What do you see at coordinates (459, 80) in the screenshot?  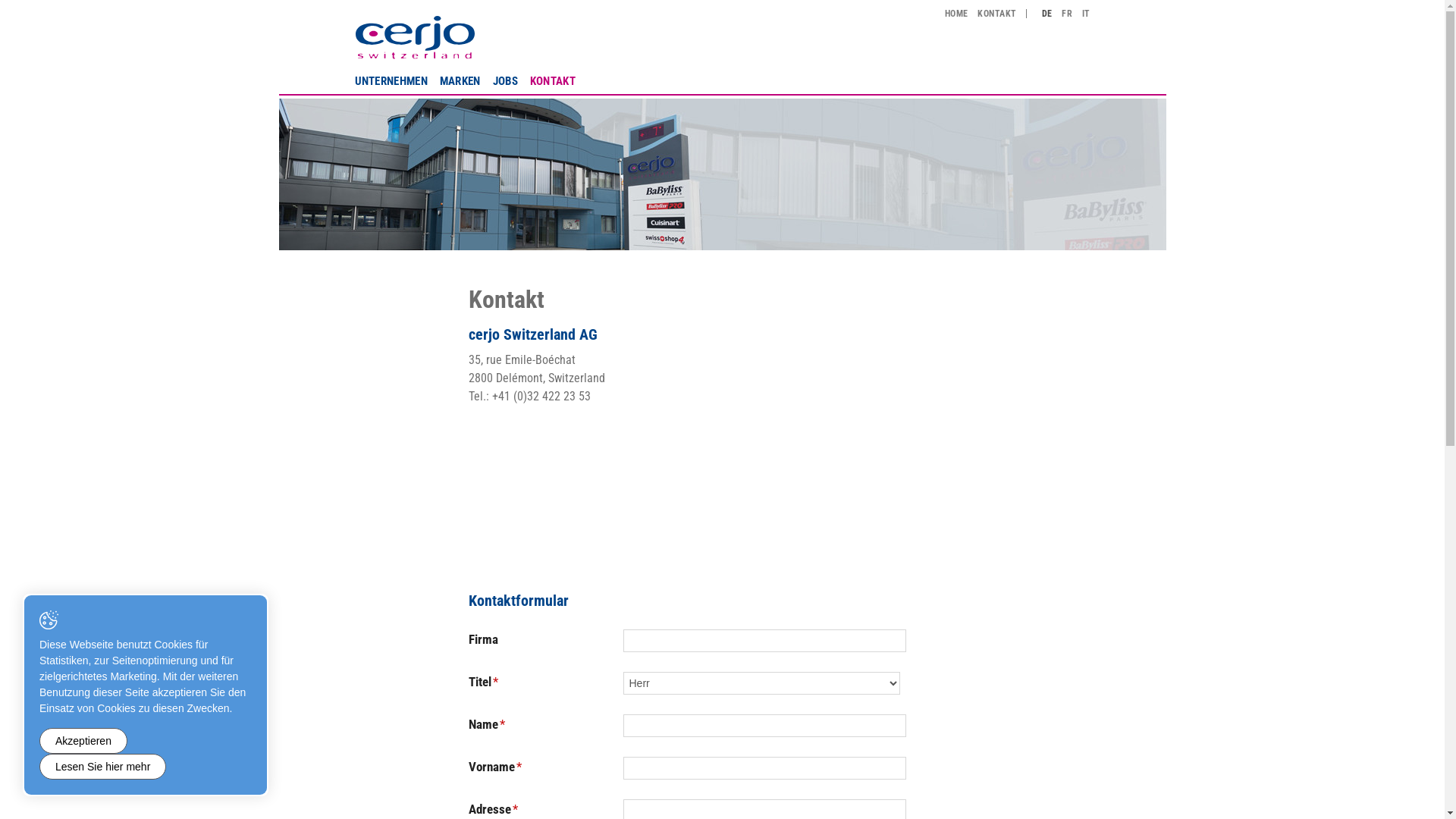 I see `'MARKEN'` at bounding box center [459, 80].